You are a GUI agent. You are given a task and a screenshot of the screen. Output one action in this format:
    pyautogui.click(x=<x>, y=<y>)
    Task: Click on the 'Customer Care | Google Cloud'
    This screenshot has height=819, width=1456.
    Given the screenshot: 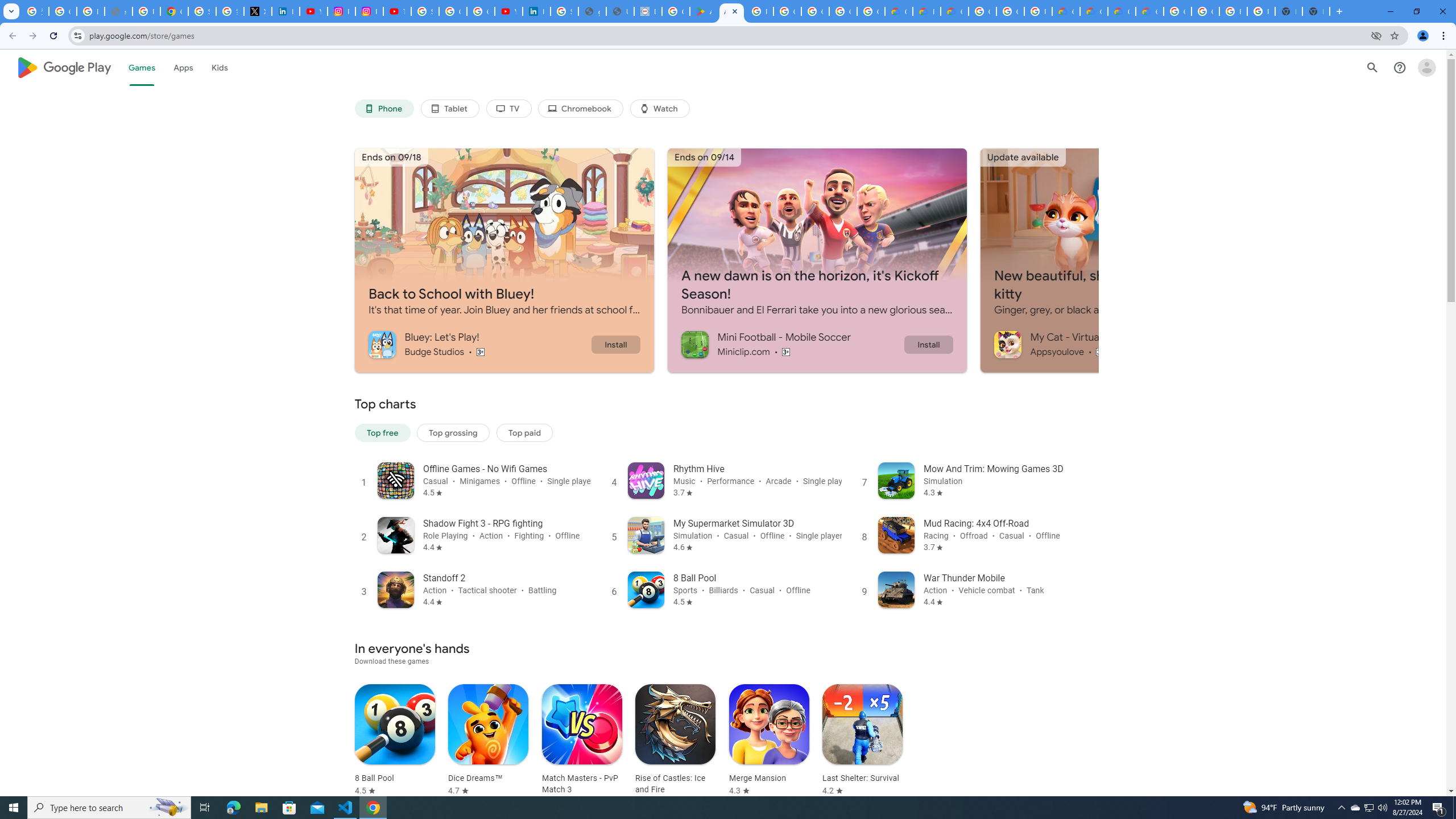 What is the action you would take?
    pyautogui.click(x=1065, y=11)
    